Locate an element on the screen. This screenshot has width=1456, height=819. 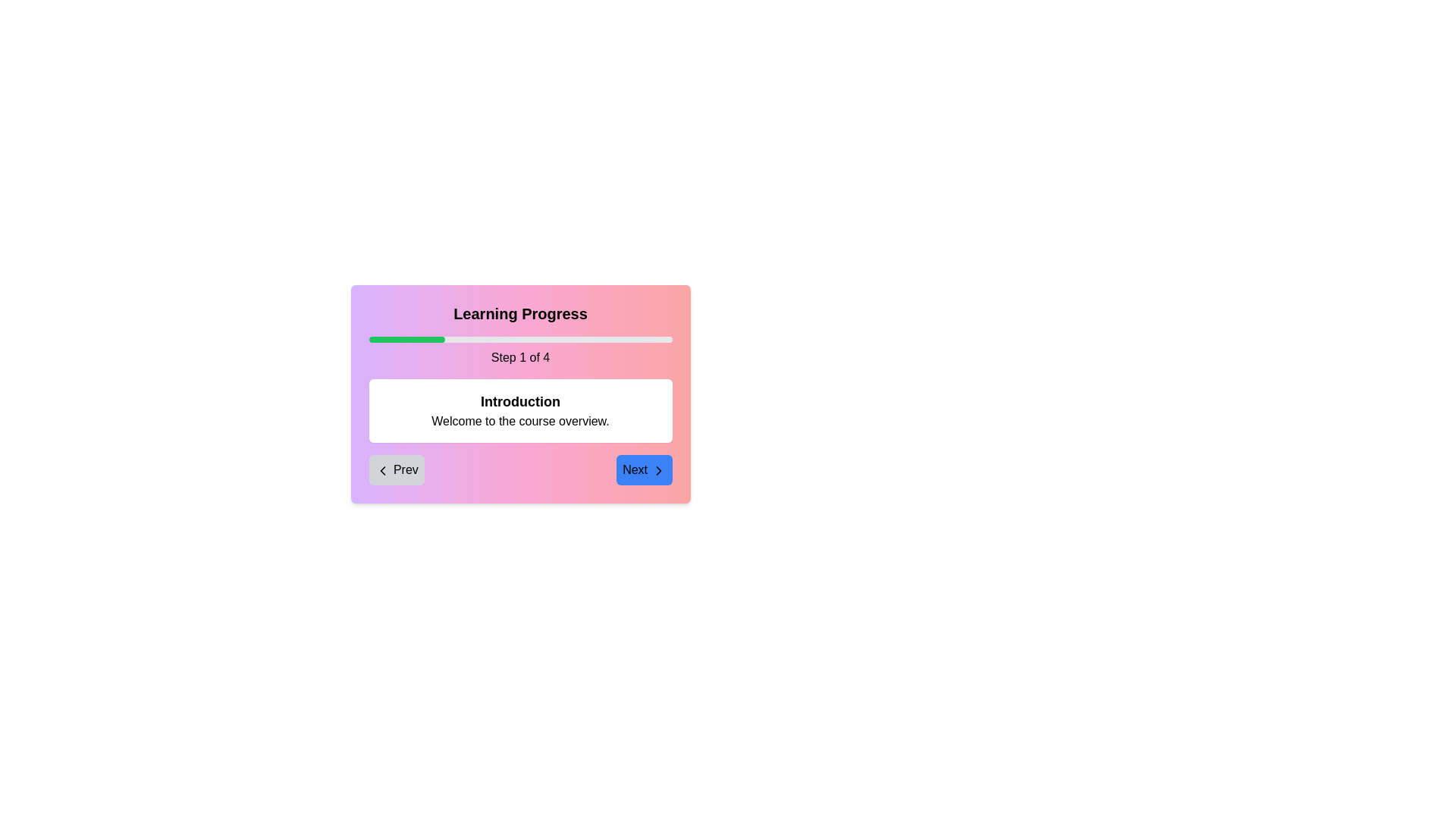
the Left-chevron icon inside the 'Prev' button located in the bottom-left corner of the card interface is located at coordinates (382, 469).